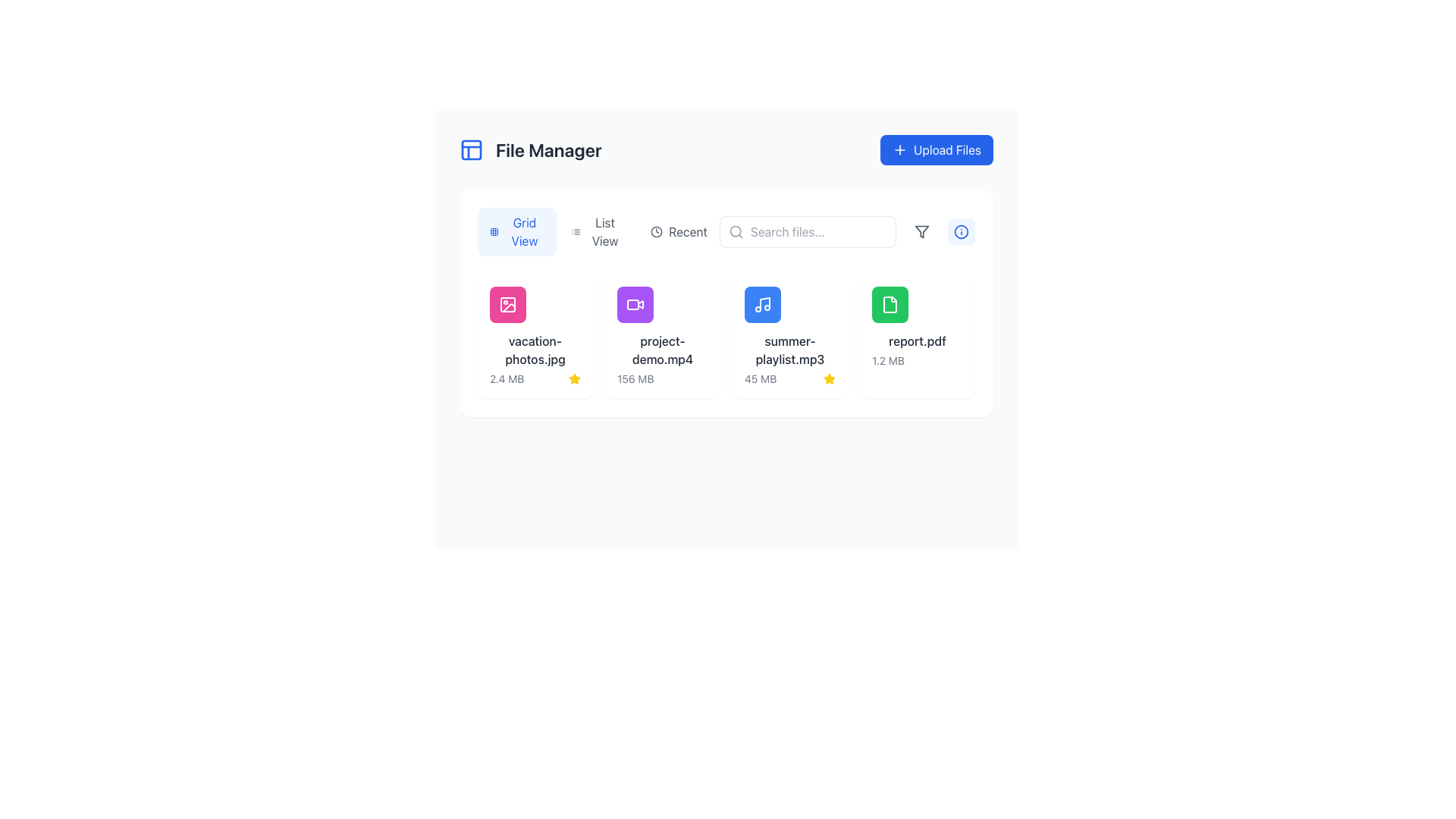 The image size is (1456, 819). What do you see at coordinates (494, 231) in the screenshot?
I see `the SVG graphical element representing part of the grid layout icon located at the top of the File Manager interface, which signifies toggling the view mode to a grid-based display` at bounding box center [494, 231].